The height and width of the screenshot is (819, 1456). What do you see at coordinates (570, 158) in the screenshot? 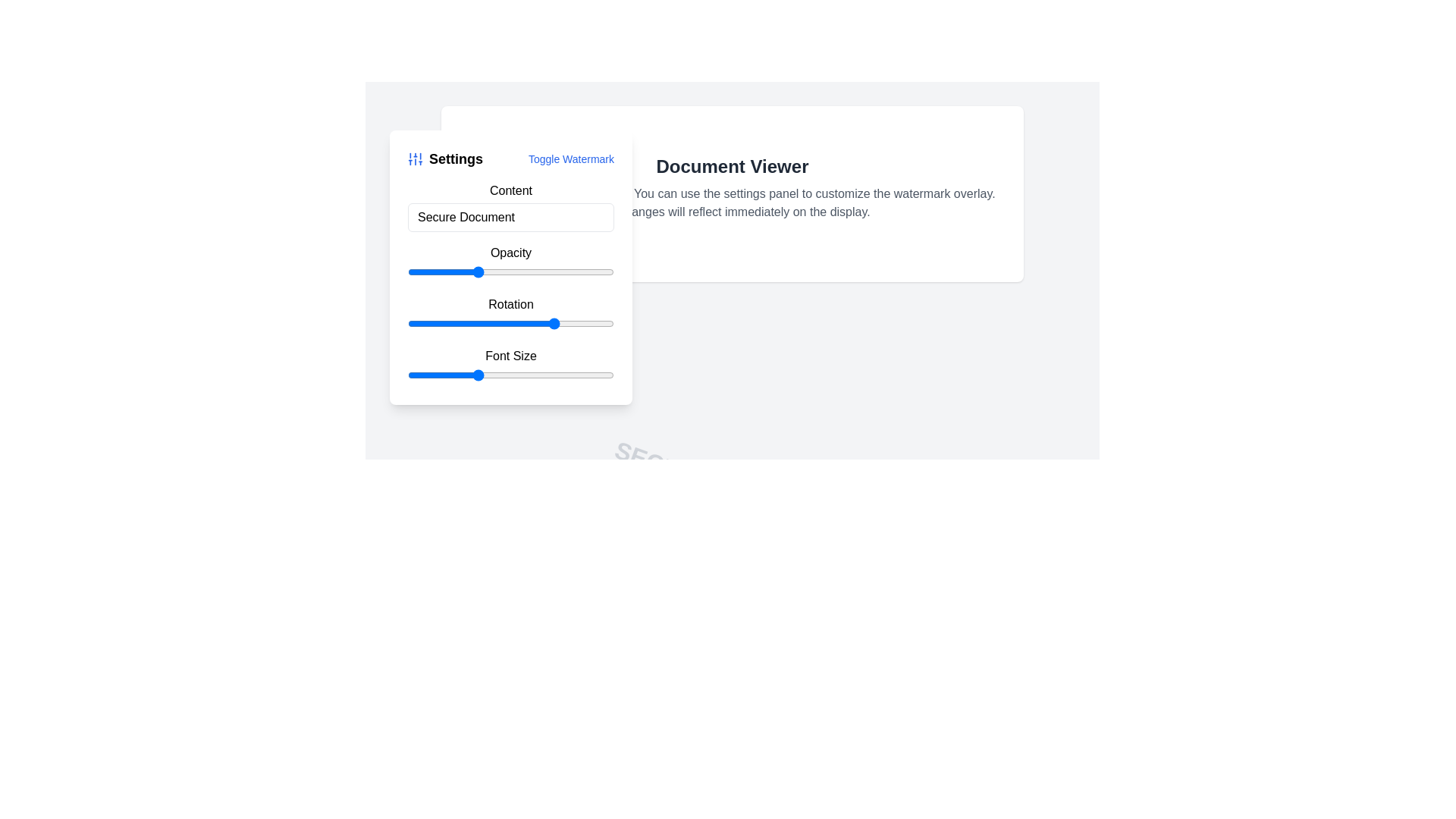
I see `the clickable text link reading 'Toggle Watermark', which is styled in a small blue font with an underline hover effect, located at the top-right of the settings panel header` at bounding box center [570, 158].